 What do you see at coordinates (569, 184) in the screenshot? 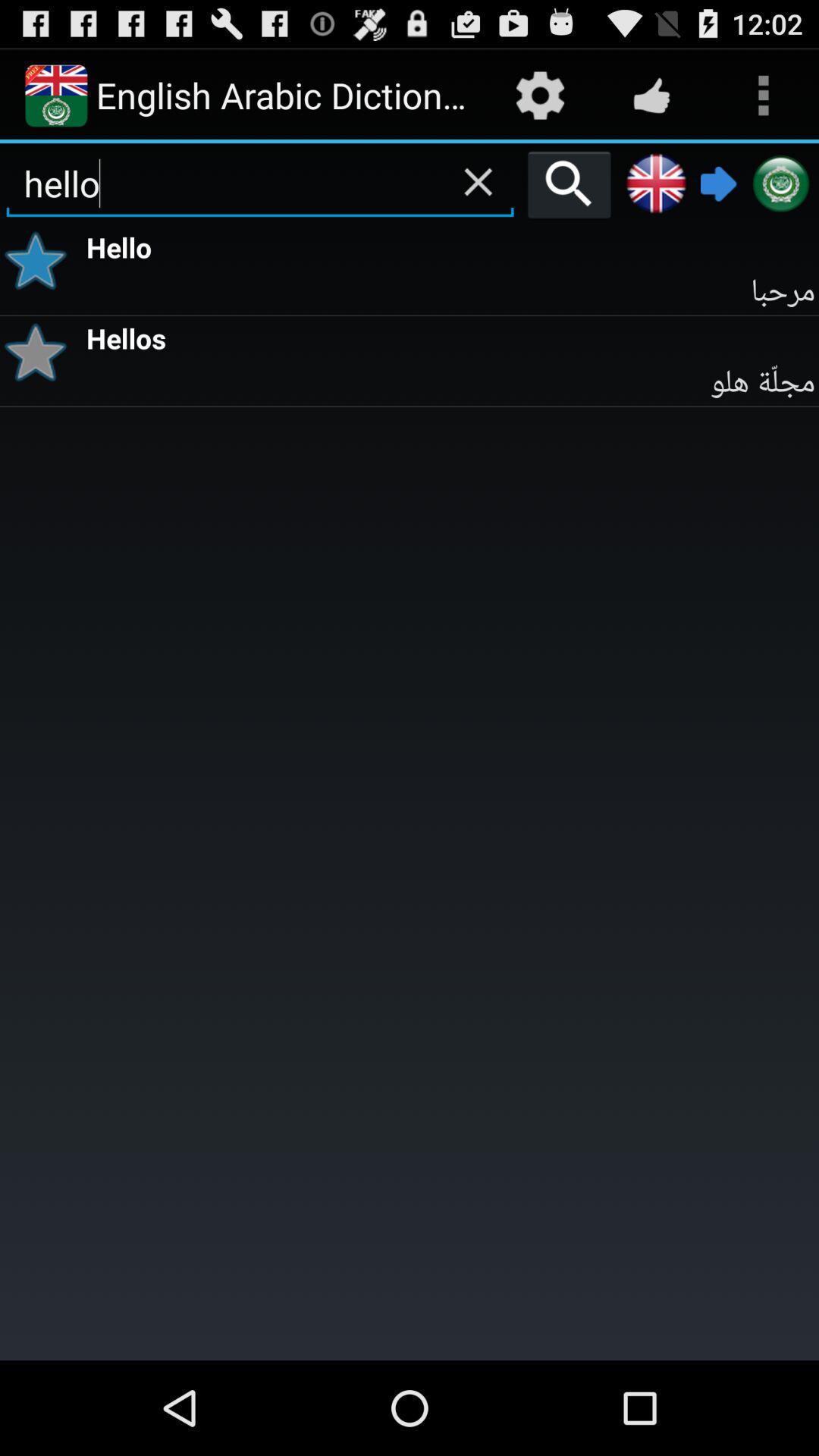
I see `item next to the hello icon` at bounding box center [569, 184].